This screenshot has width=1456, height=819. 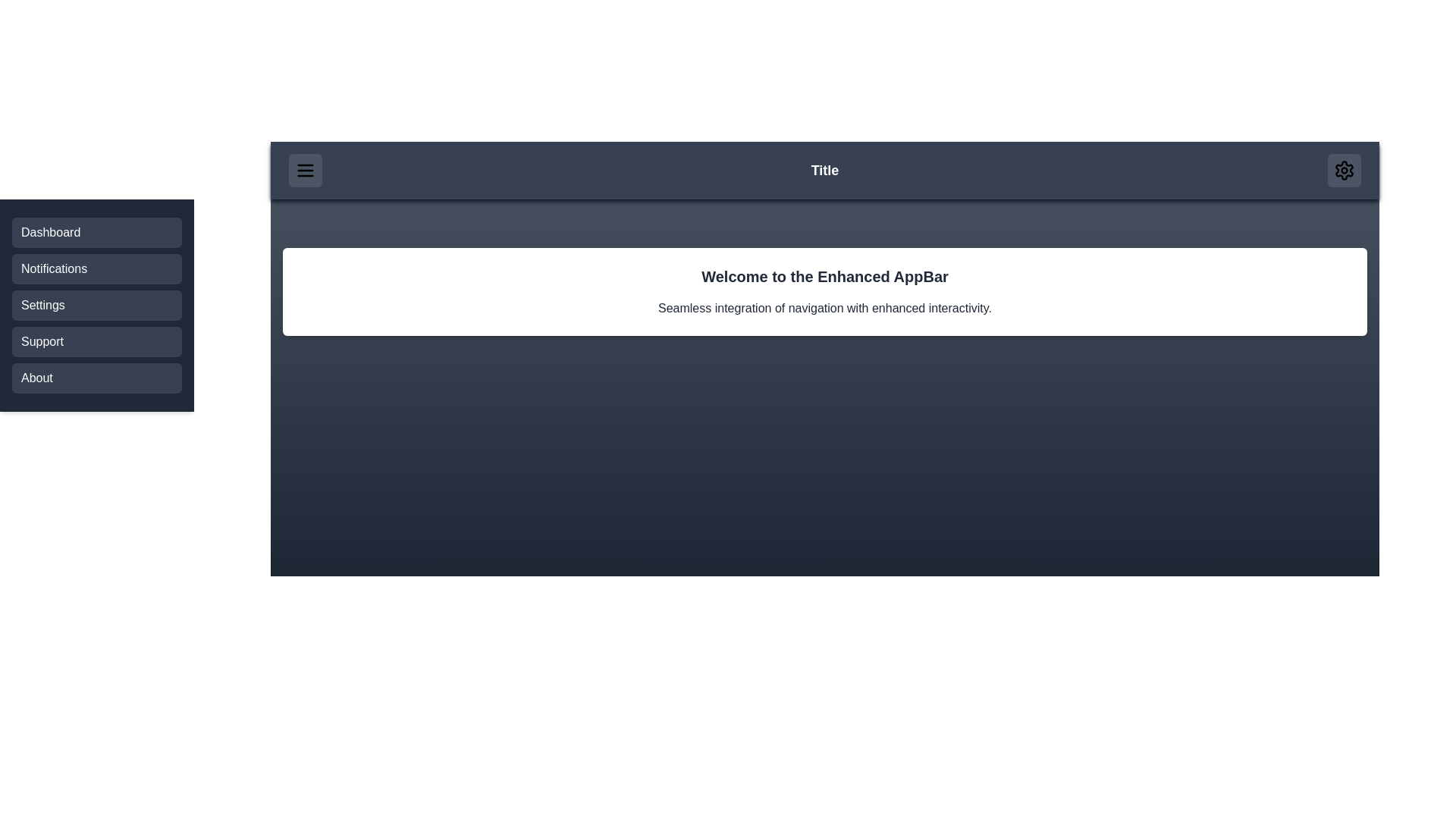 What do you see at coordinates (96, 377) in the screenshot?
I see `the About menu item` at bounding box center [96, 377].